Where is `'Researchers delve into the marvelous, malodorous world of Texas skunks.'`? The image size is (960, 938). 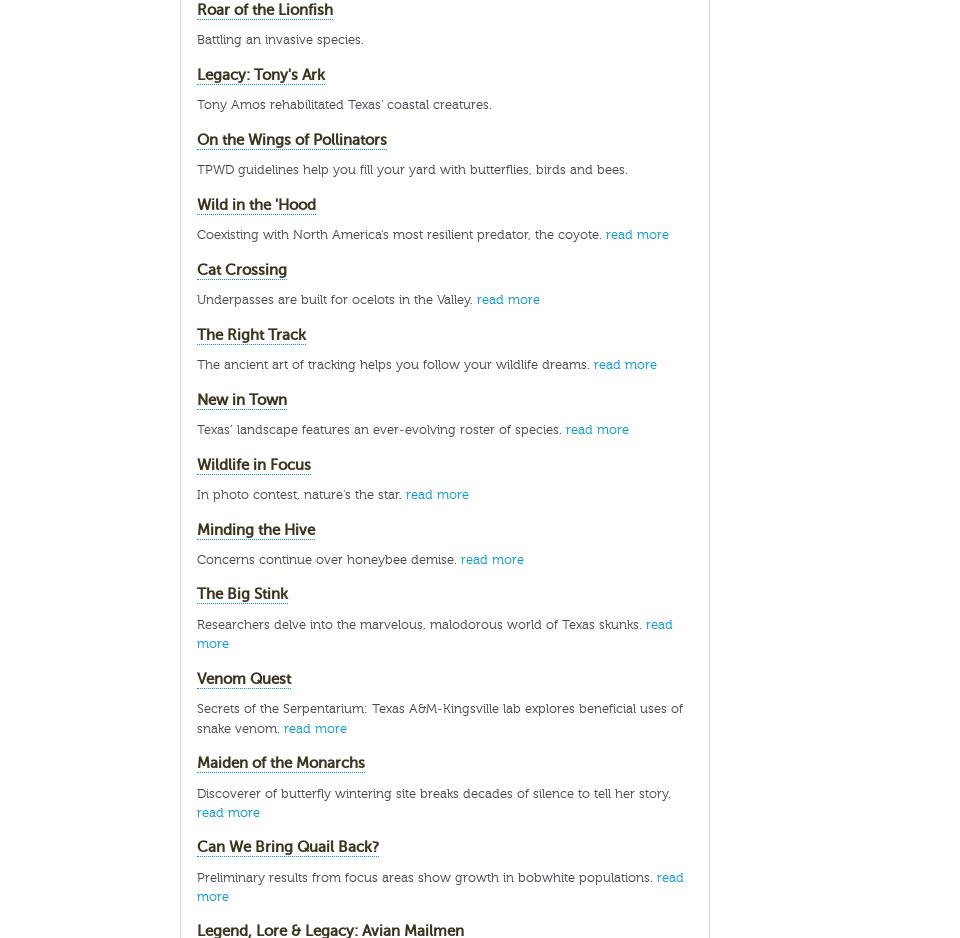 'Researchers delve into the marvelous, malodorous world of Texas skunks.' is located at coordinates (196, 624).